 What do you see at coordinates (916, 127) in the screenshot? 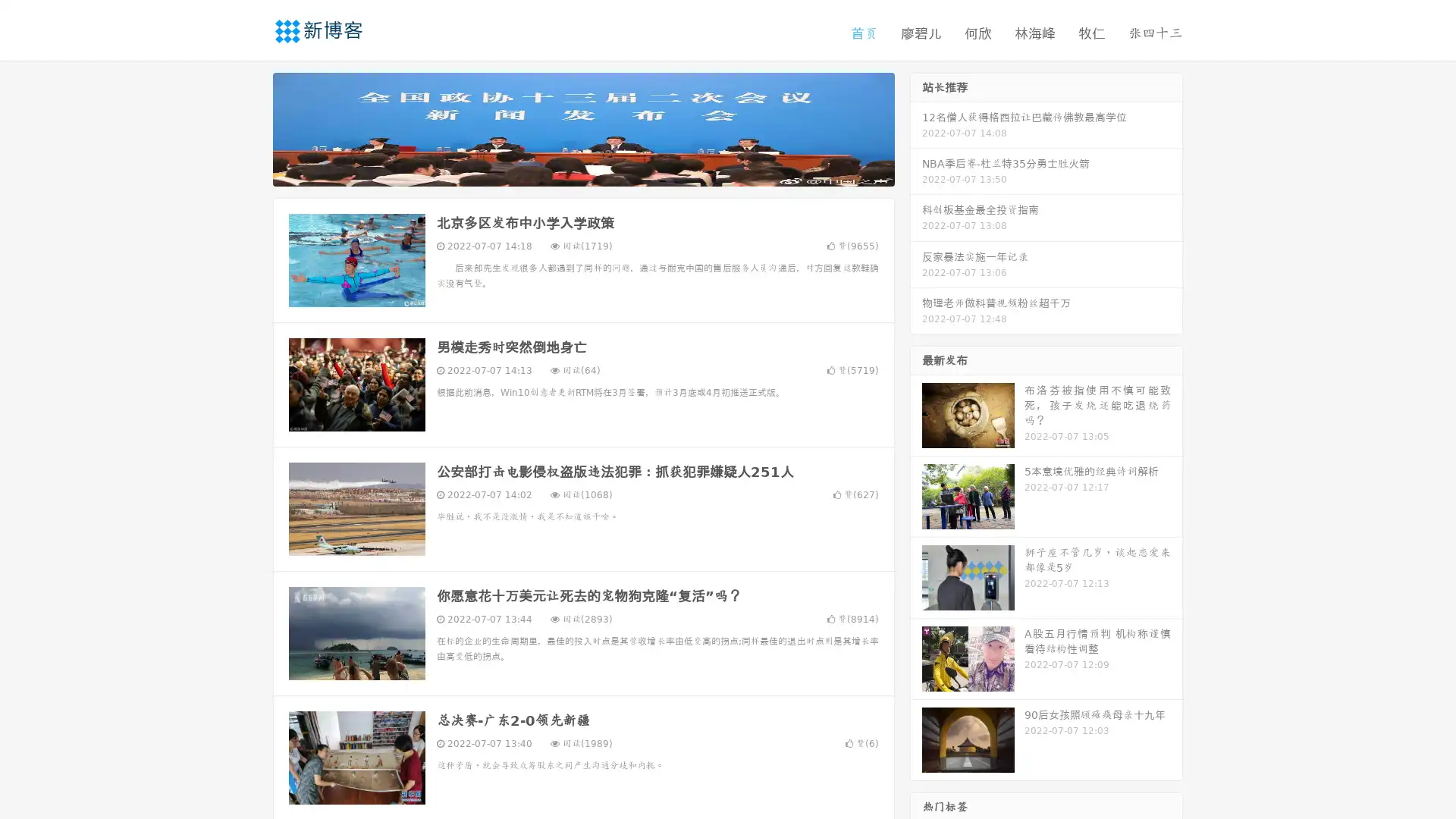
I see `Next slide` at bounding box center [916, 127].